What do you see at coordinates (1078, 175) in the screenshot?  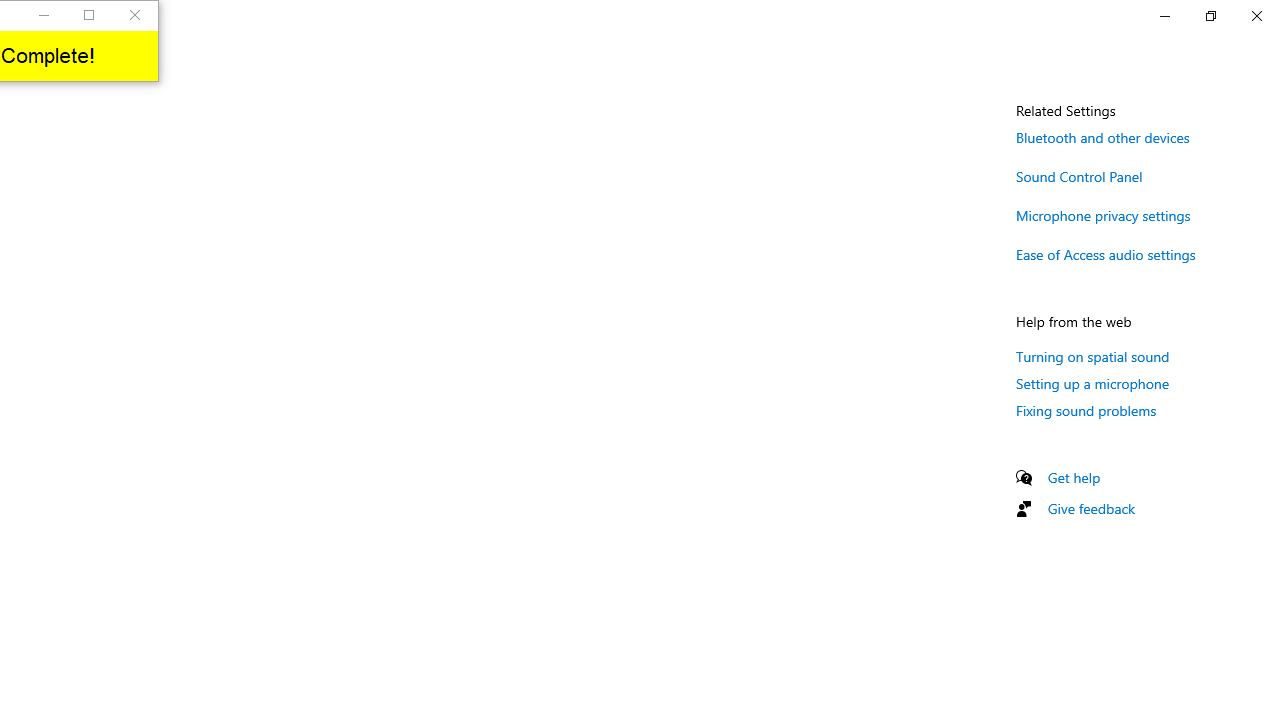 I see `'Sound Control Panel'` at bounding box center [1078, 175].